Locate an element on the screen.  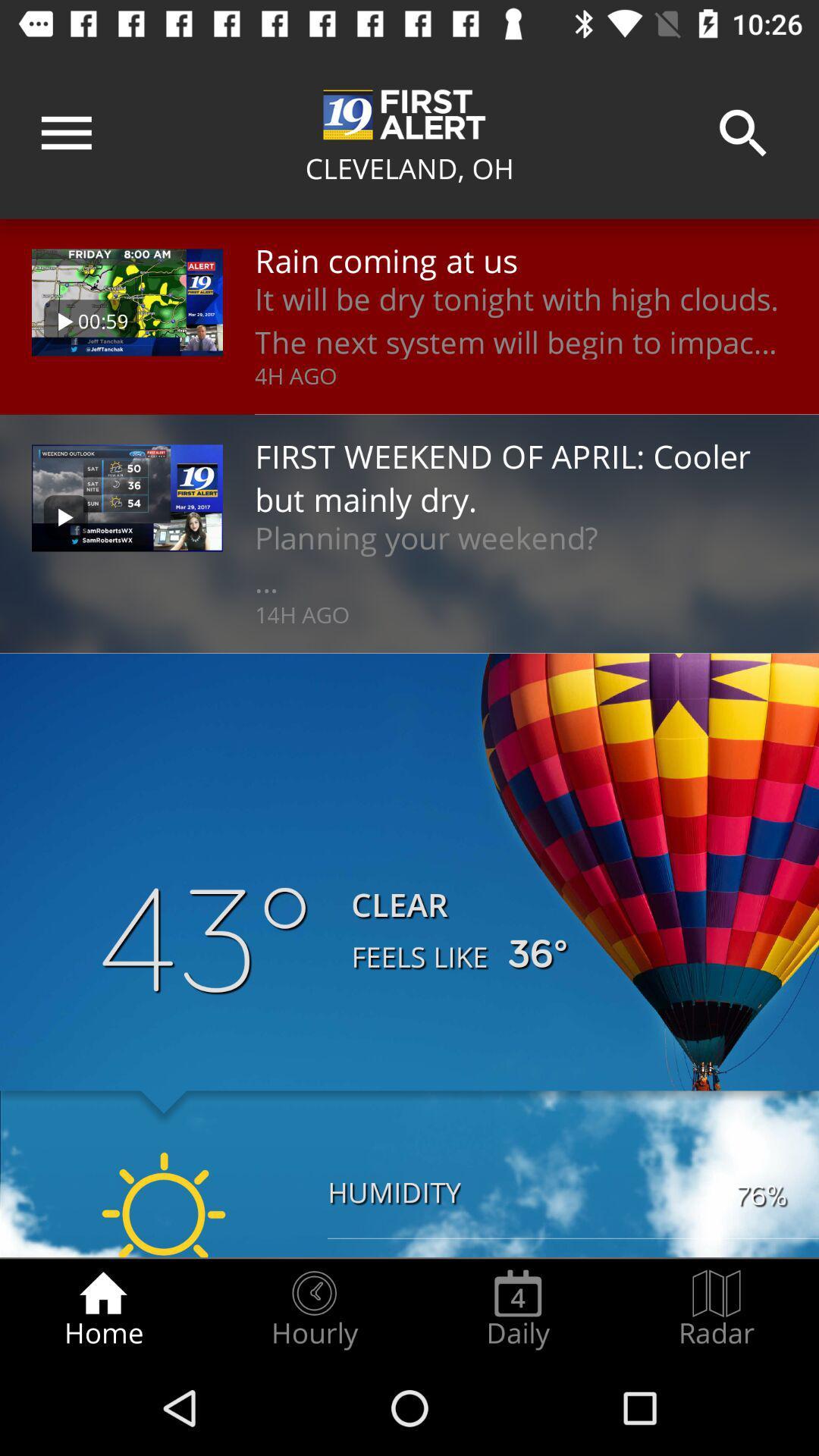
the home icon is located at coordinates (102, 1309).